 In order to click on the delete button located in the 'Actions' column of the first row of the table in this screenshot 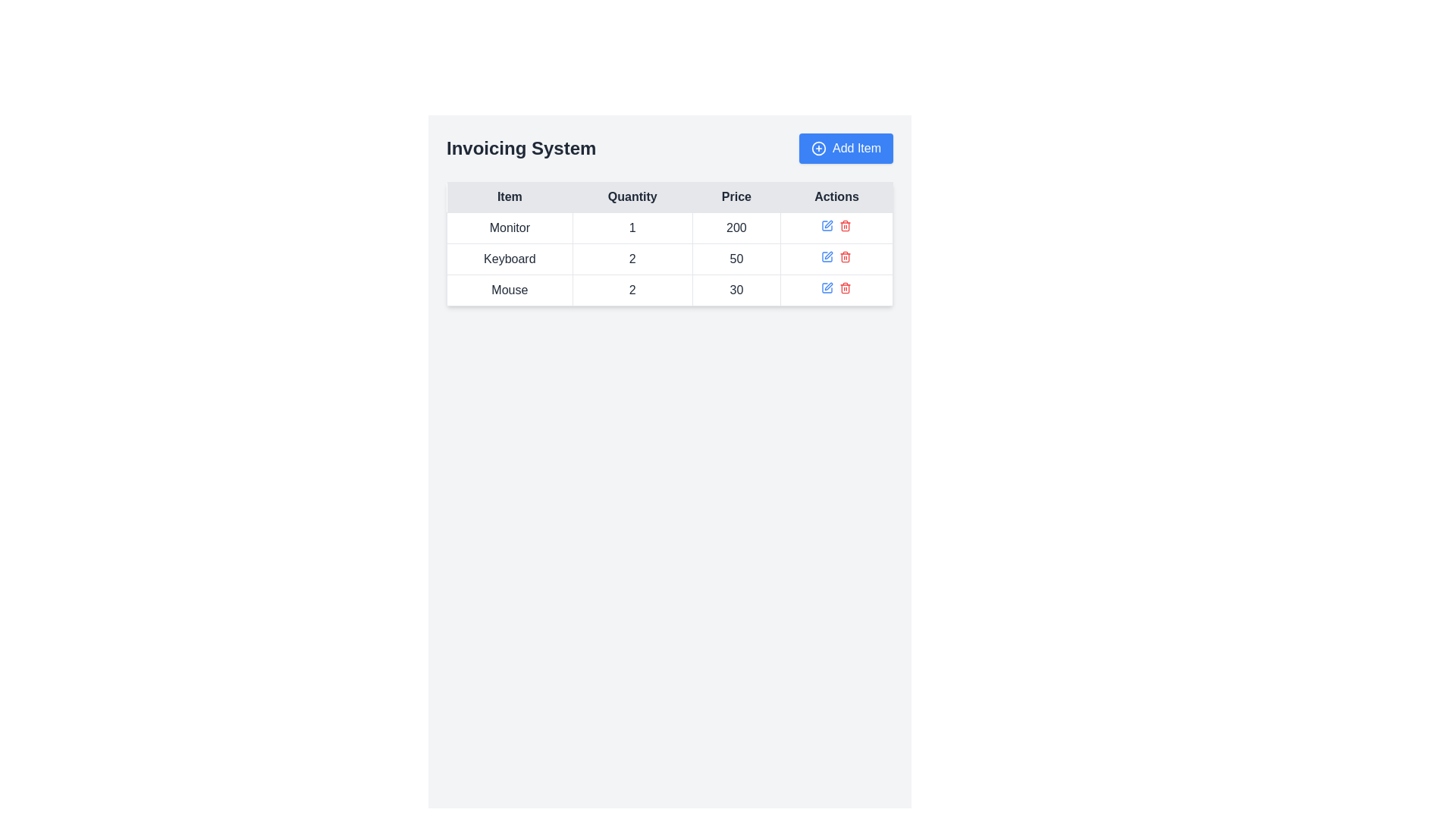, I will do `click(845, 225)`.